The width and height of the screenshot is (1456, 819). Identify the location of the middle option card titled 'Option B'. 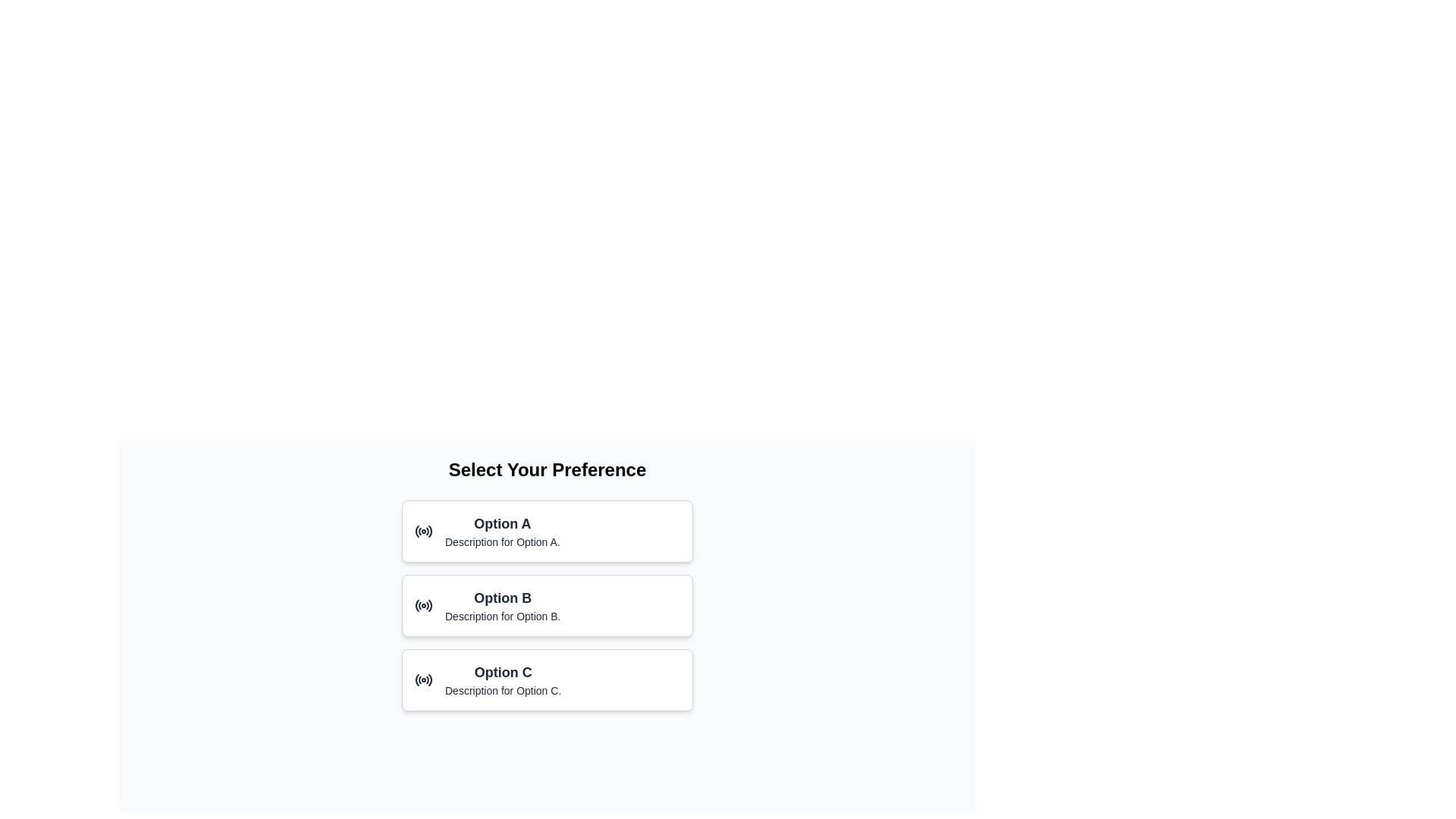
(546, 604).